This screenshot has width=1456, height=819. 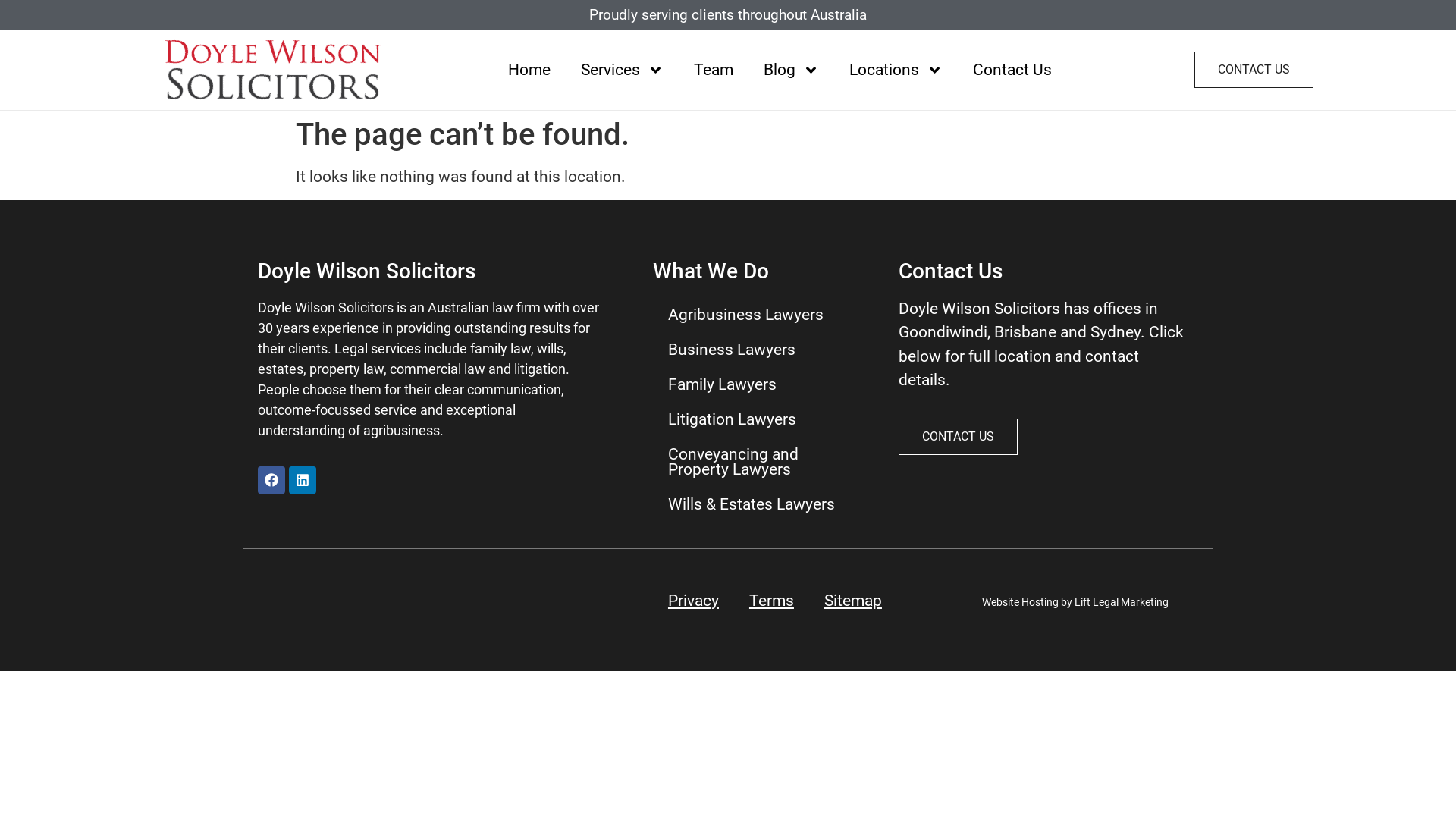 What do you see at coordinates (564, 69) in the screenshot?
I see `'Services'` at bounding box center [564, 69].